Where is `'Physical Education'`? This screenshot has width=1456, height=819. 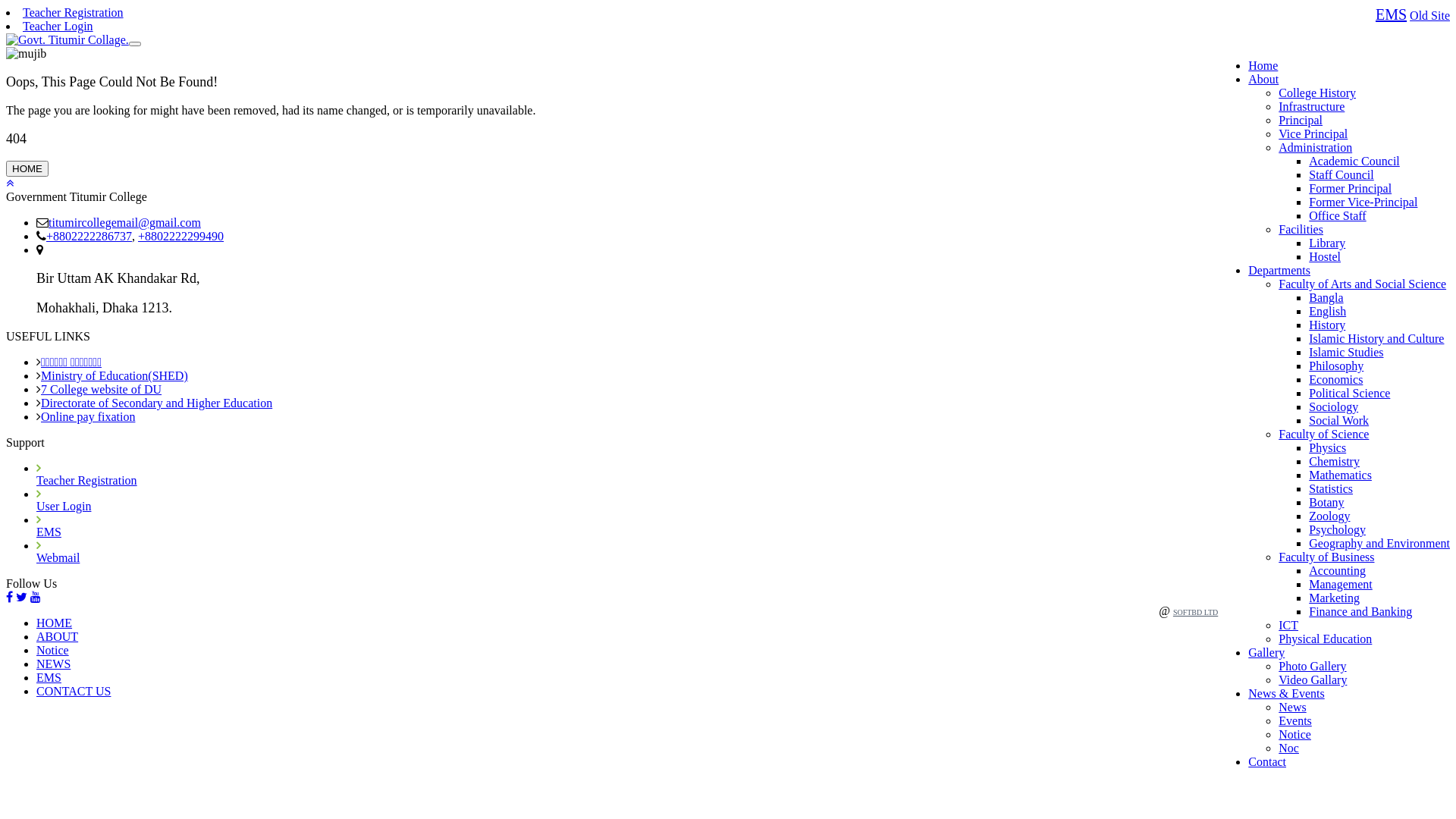 'Physical Education' is located at coordinates (1324, 639).